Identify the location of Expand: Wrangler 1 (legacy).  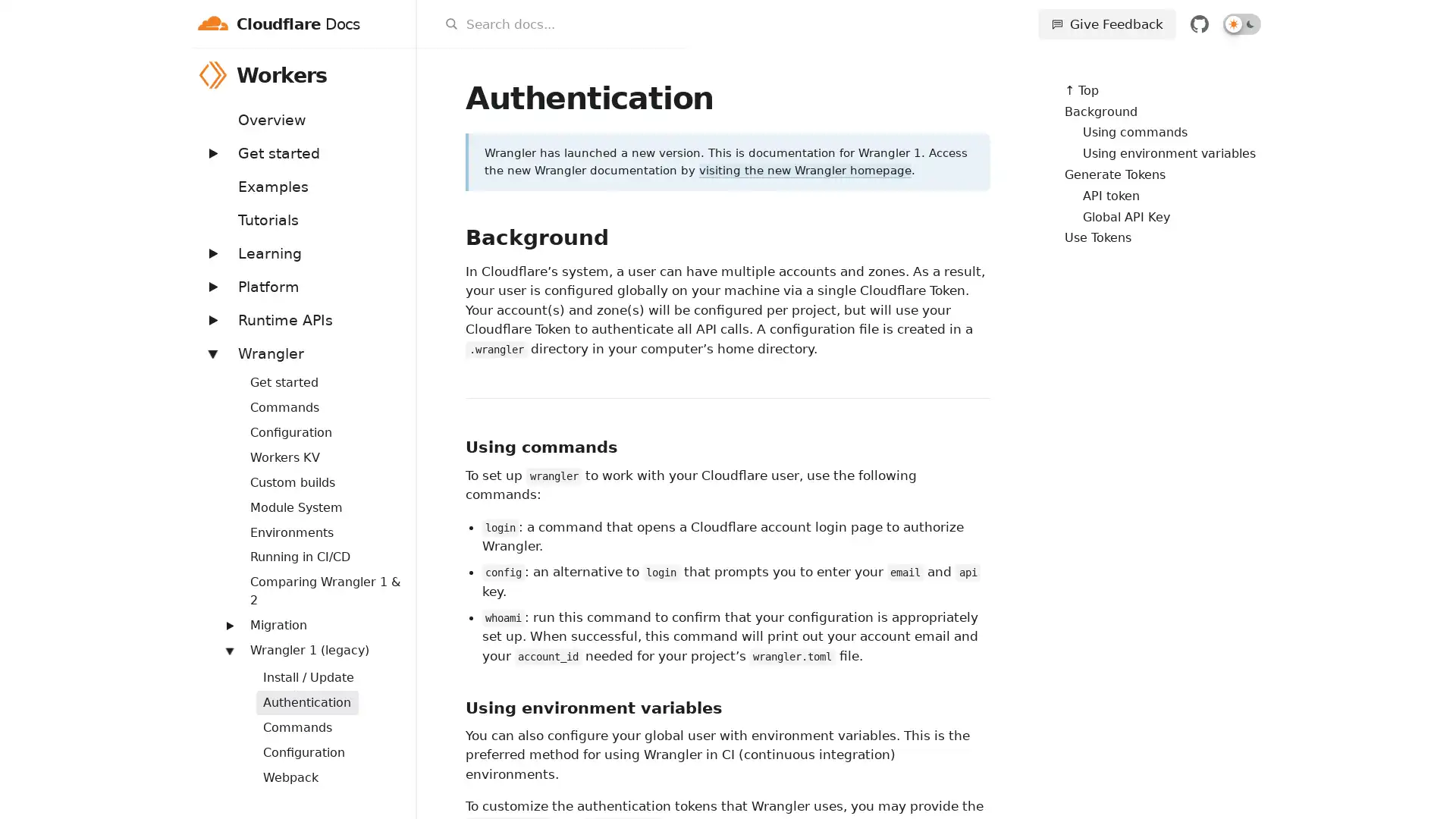
(228, 648).